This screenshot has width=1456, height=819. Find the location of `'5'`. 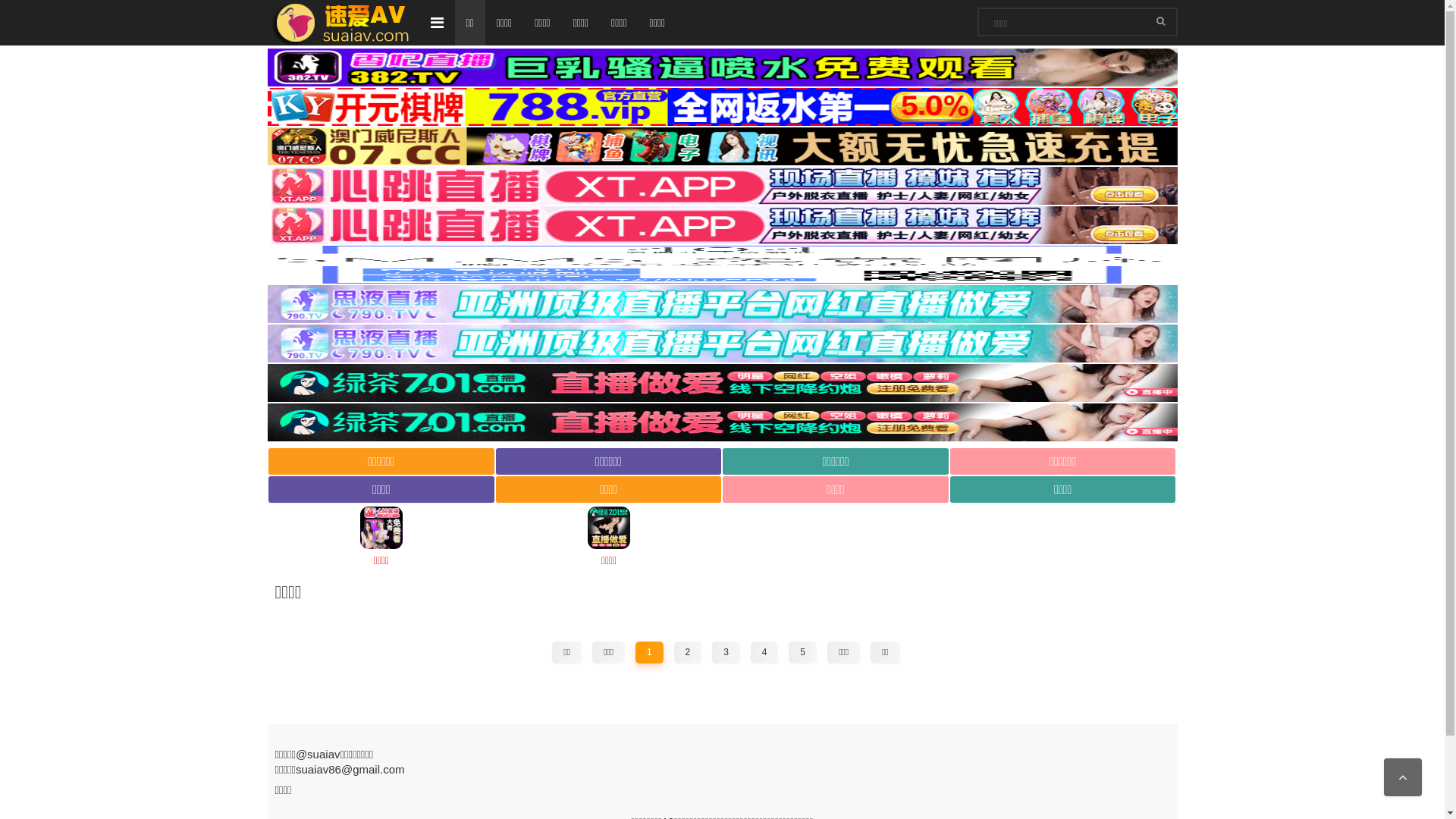

'5' is located at coordinates (802, 651).